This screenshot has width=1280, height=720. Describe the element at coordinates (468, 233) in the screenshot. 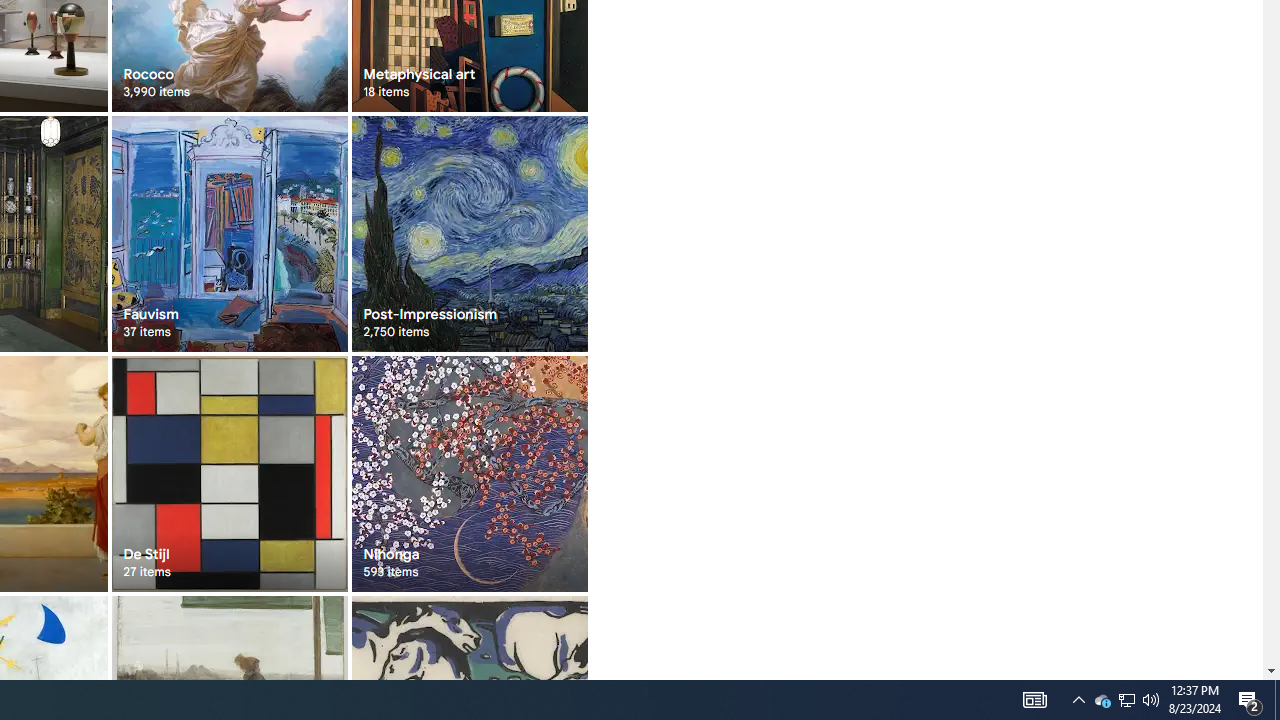

I see `'Post-Impressionism 2,750 items'` at that location.